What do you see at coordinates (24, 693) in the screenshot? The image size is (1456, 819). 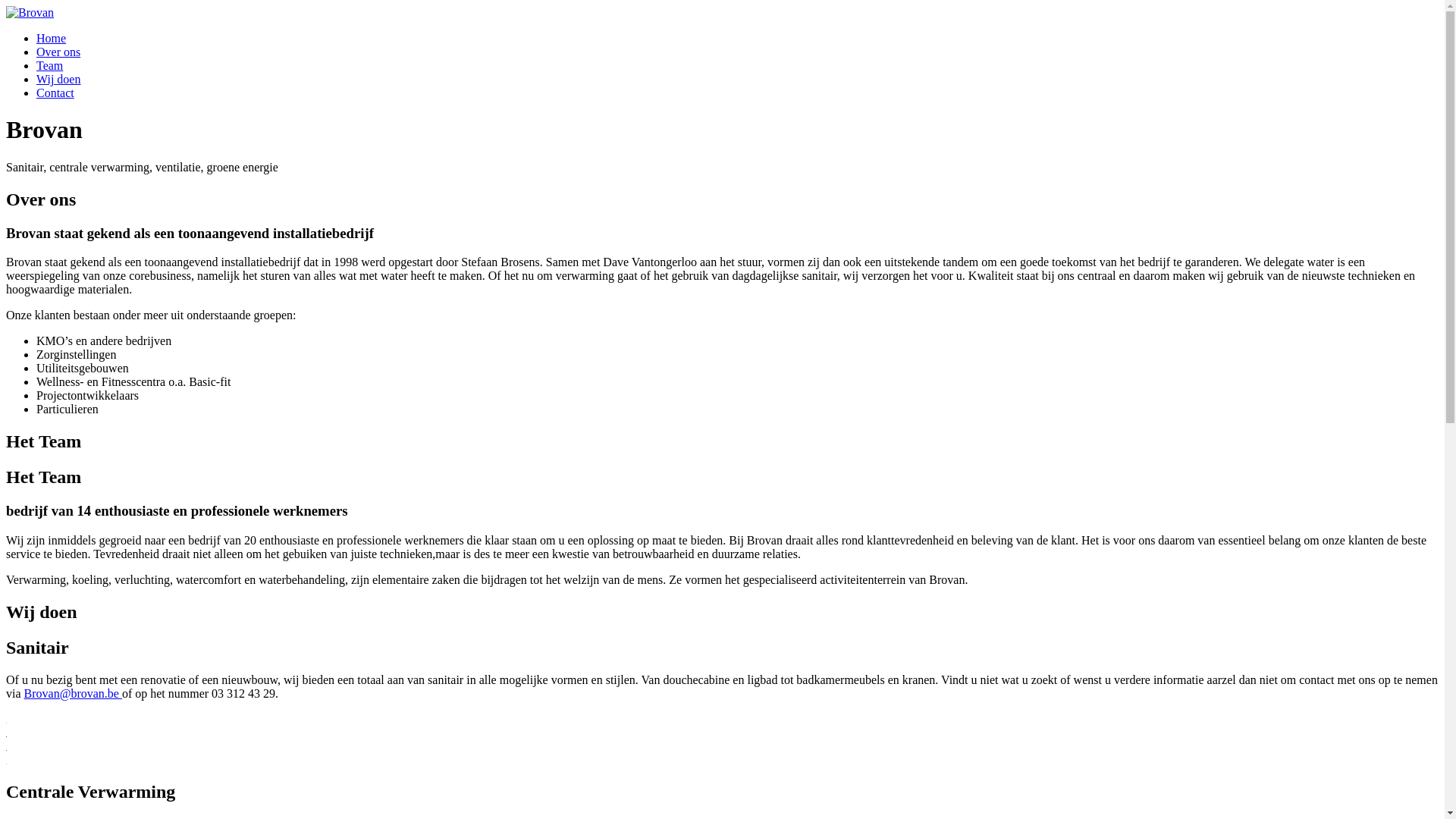 I see `'Brovan@brovan.be'` at bounding box center [24, 693].